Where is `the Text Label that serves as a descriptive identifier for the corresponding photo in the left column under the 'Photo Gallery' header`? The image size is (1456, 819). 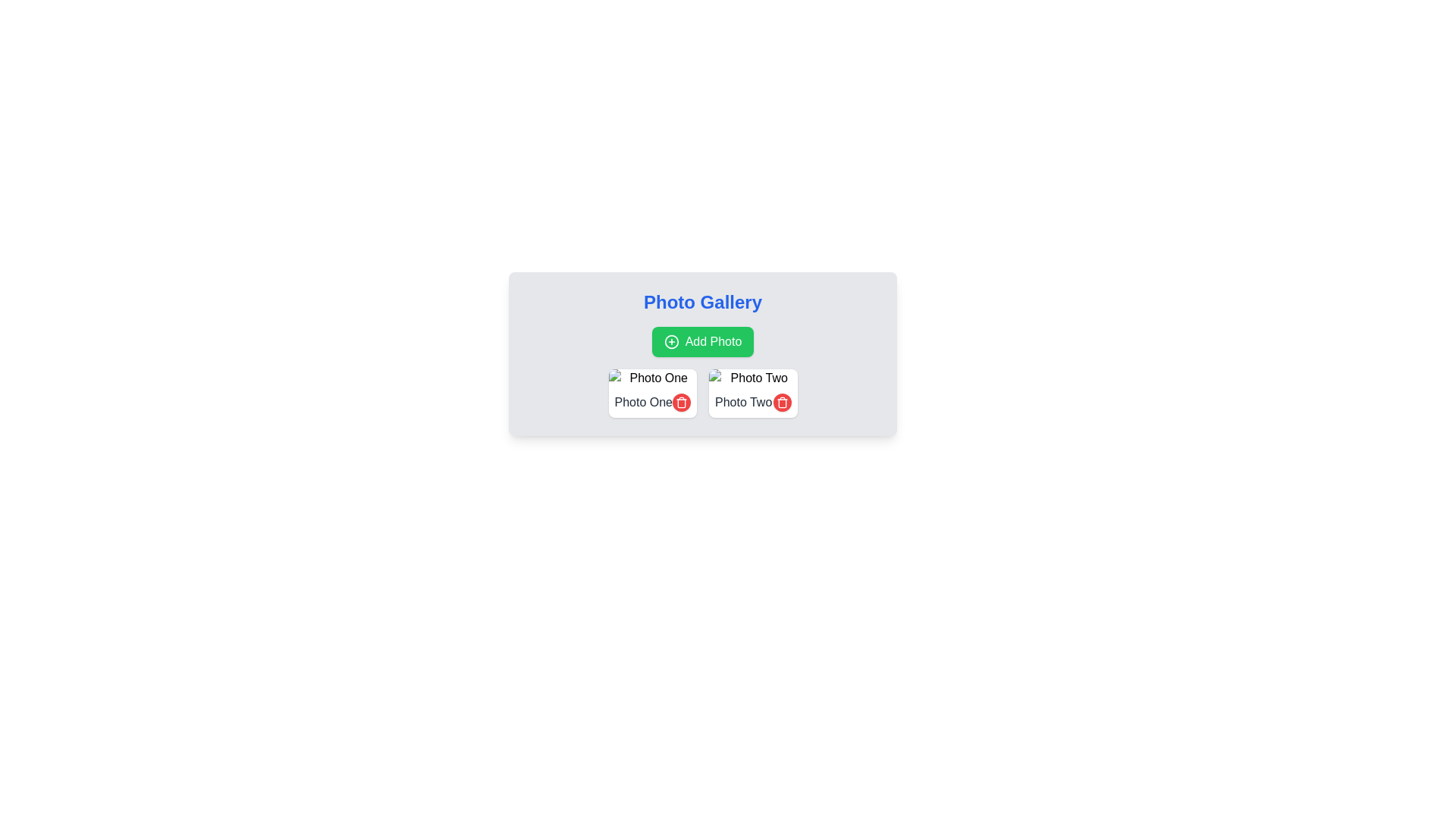
the Text Label that serves as a descriptive identifier for the corresponding photo in the left column under the 'Photo Gallery' header is located at coordinates (643, 402).